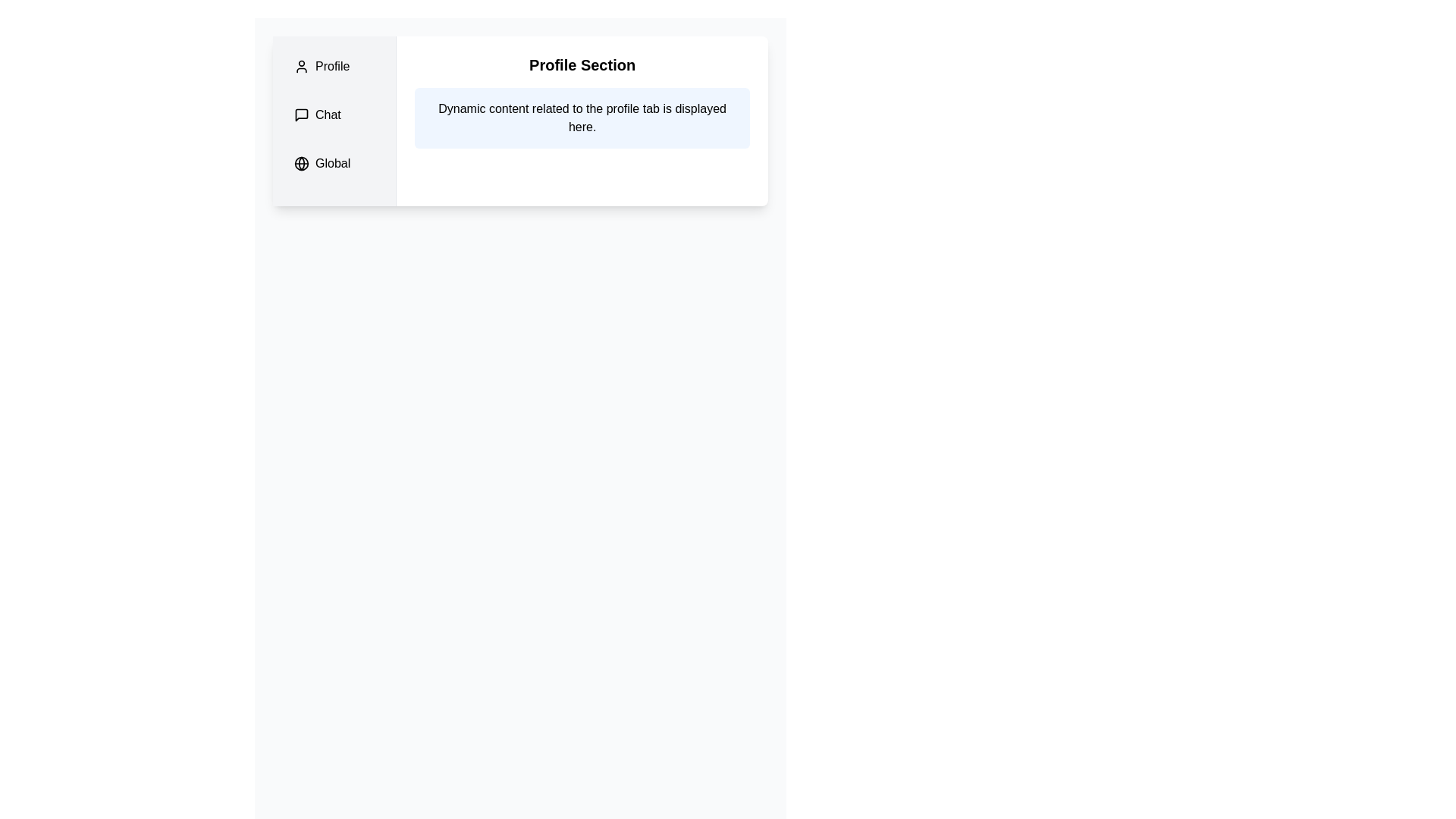 Image resolution: width=1456 pixels, height=819 pixels. What do you see at coordinates (334, 120) in the screenshot?
I see `the 'Chat' list item with a speech bubble icon in the sidebar` at bounding box center [334, 120].